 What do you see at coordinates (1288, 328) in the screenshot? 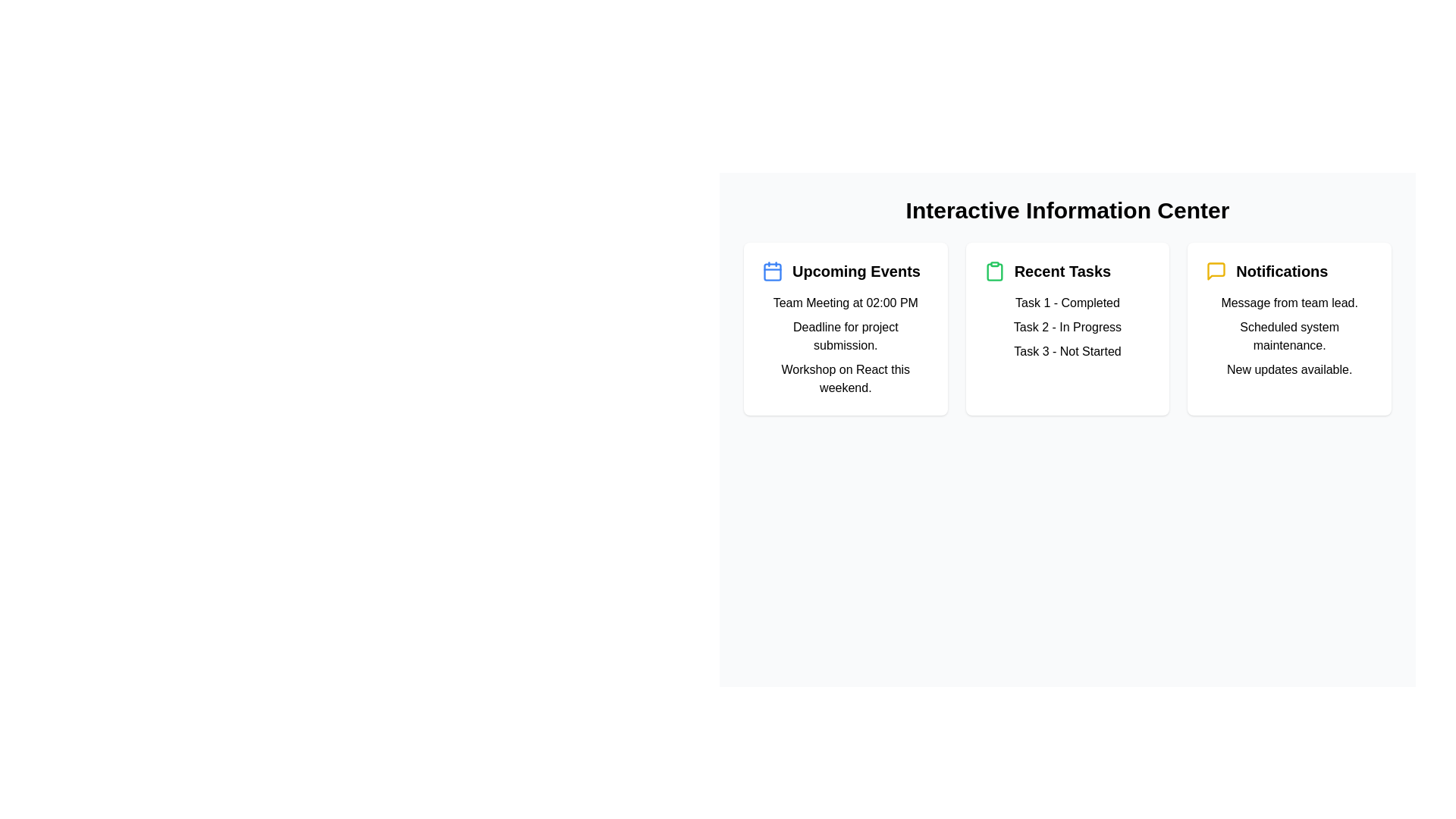
I see `a specific update in the Informational panel located in the rightmost column below the heading 'Interactive Information Center'` at bounding box center [1288, 328].